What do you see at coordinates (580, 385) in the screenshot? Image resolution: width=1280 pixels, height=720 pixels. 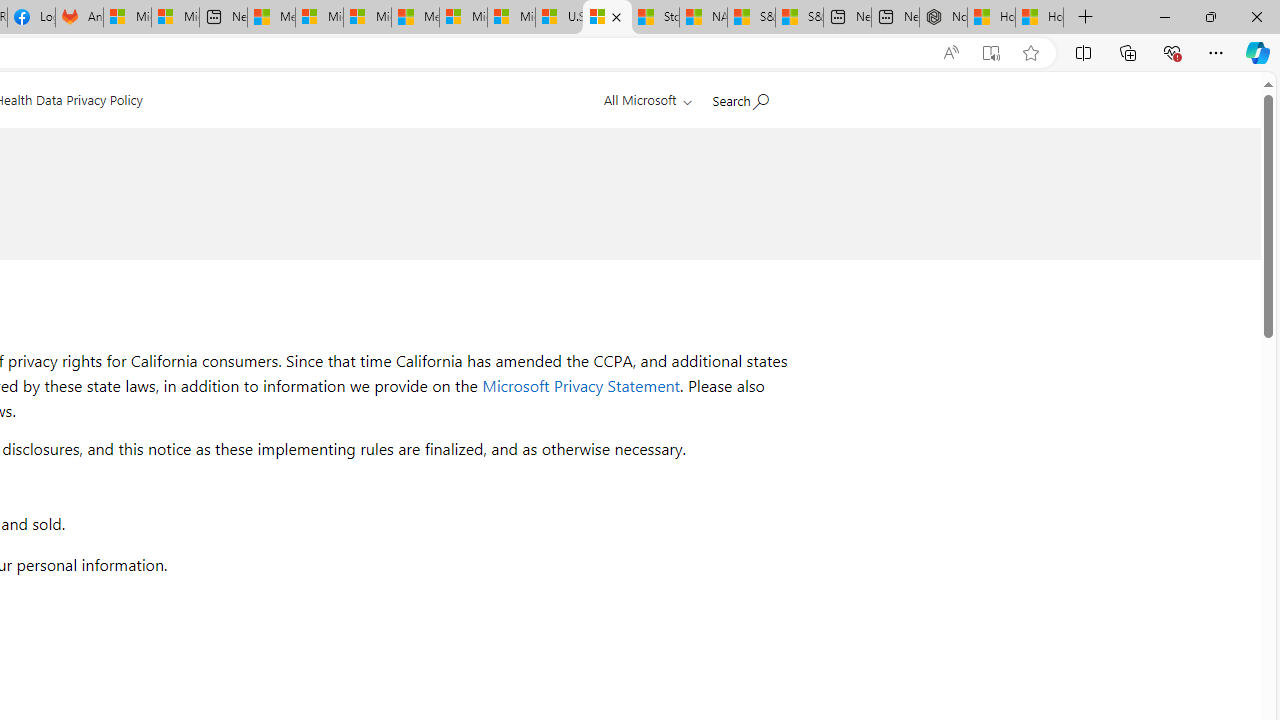 I see `'Microsoft Privacy Statement'` at bounding box center [580, 385].